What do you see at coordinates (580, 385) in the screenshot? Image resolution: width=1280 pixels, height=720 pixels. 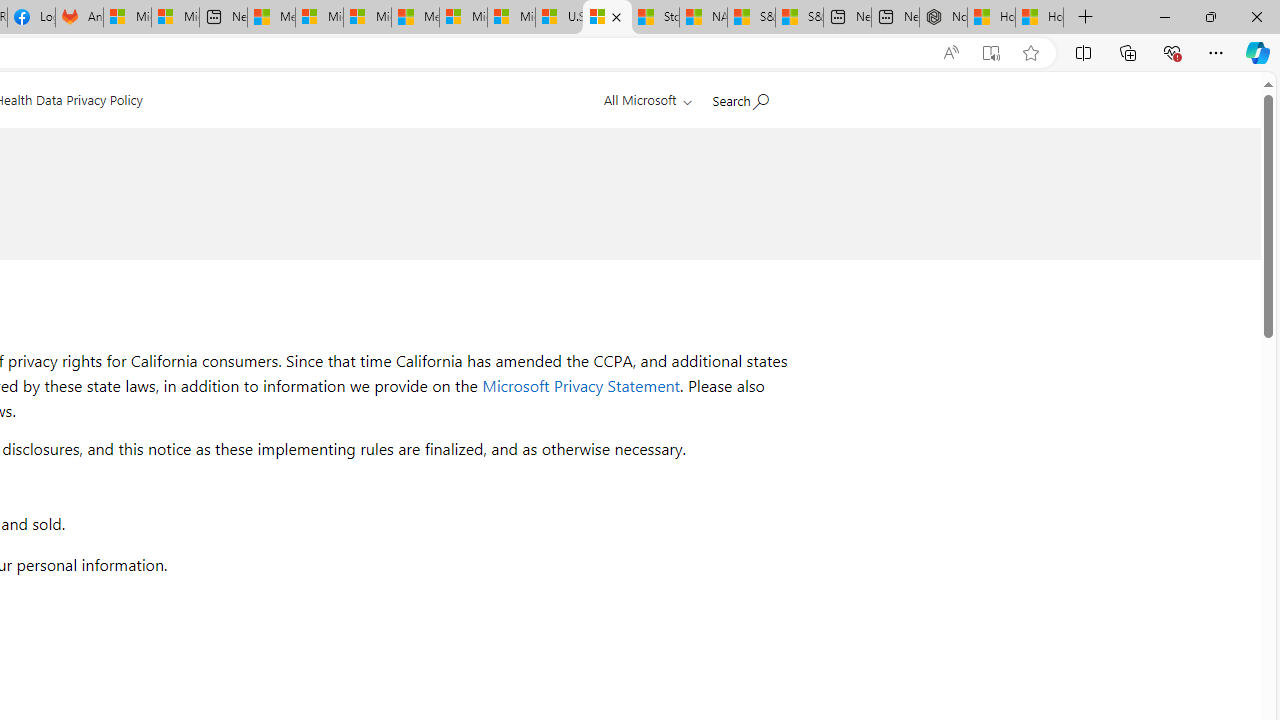 I see `'Microsoft Privacy Statement'` at bounding box center [580, 385].